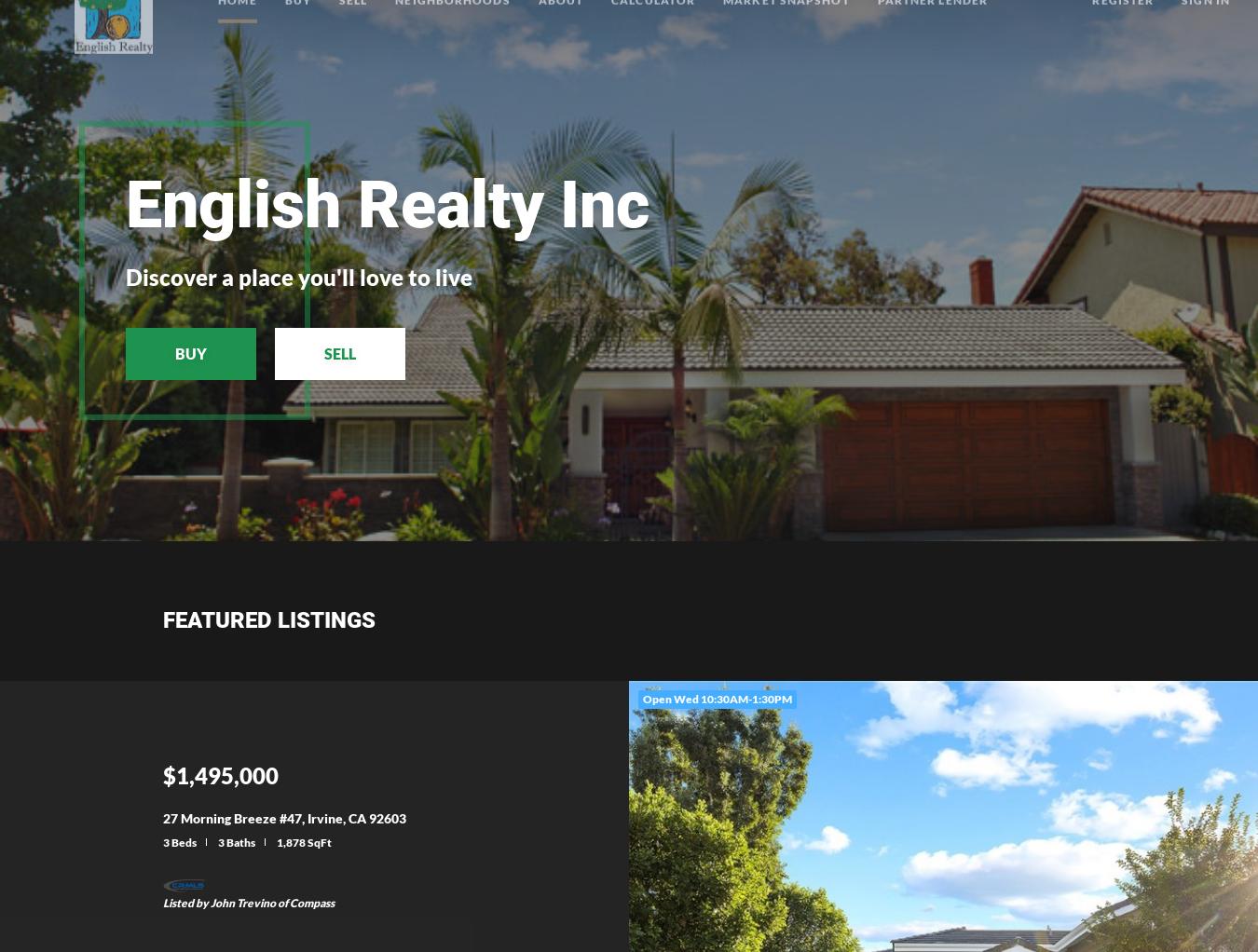  I want to click on '3 Baths', so click(235, 840).